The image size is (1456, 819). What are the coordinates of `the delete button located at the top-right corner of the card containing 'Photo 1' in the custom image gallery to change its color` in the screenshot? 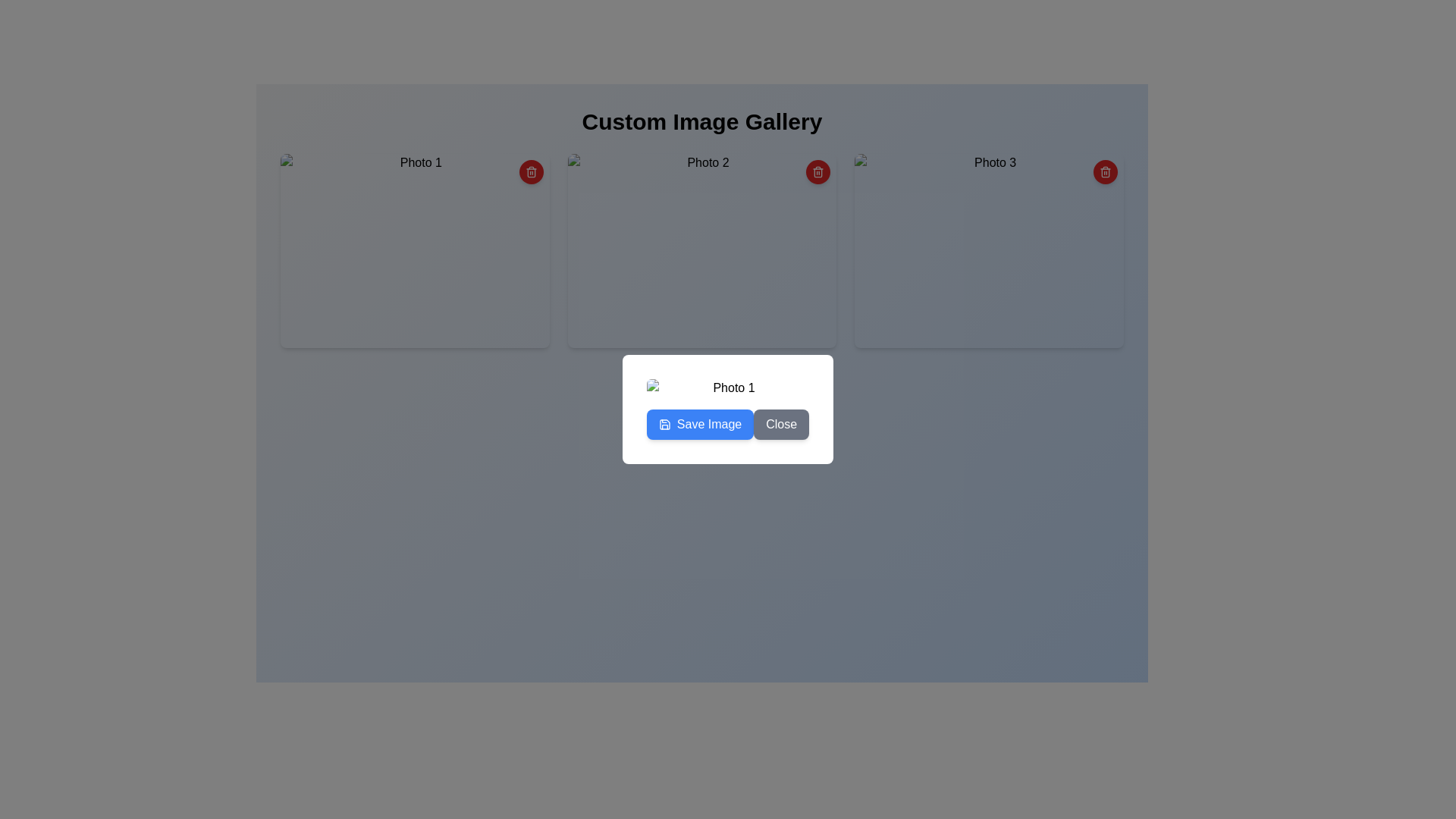 It's located at (531, 171).